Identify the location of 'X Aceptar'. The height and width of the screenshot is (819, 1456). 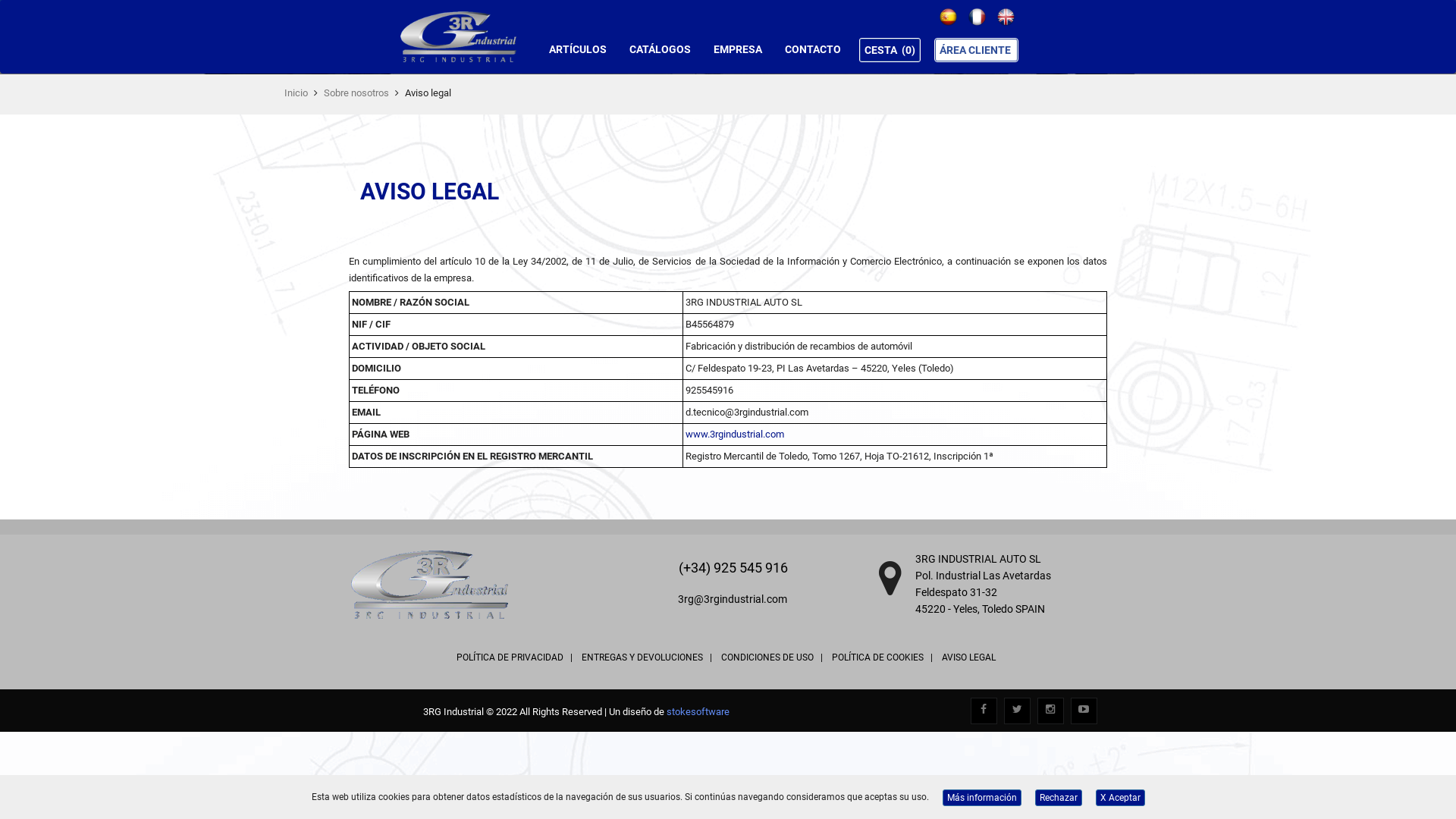
(1119, 797).